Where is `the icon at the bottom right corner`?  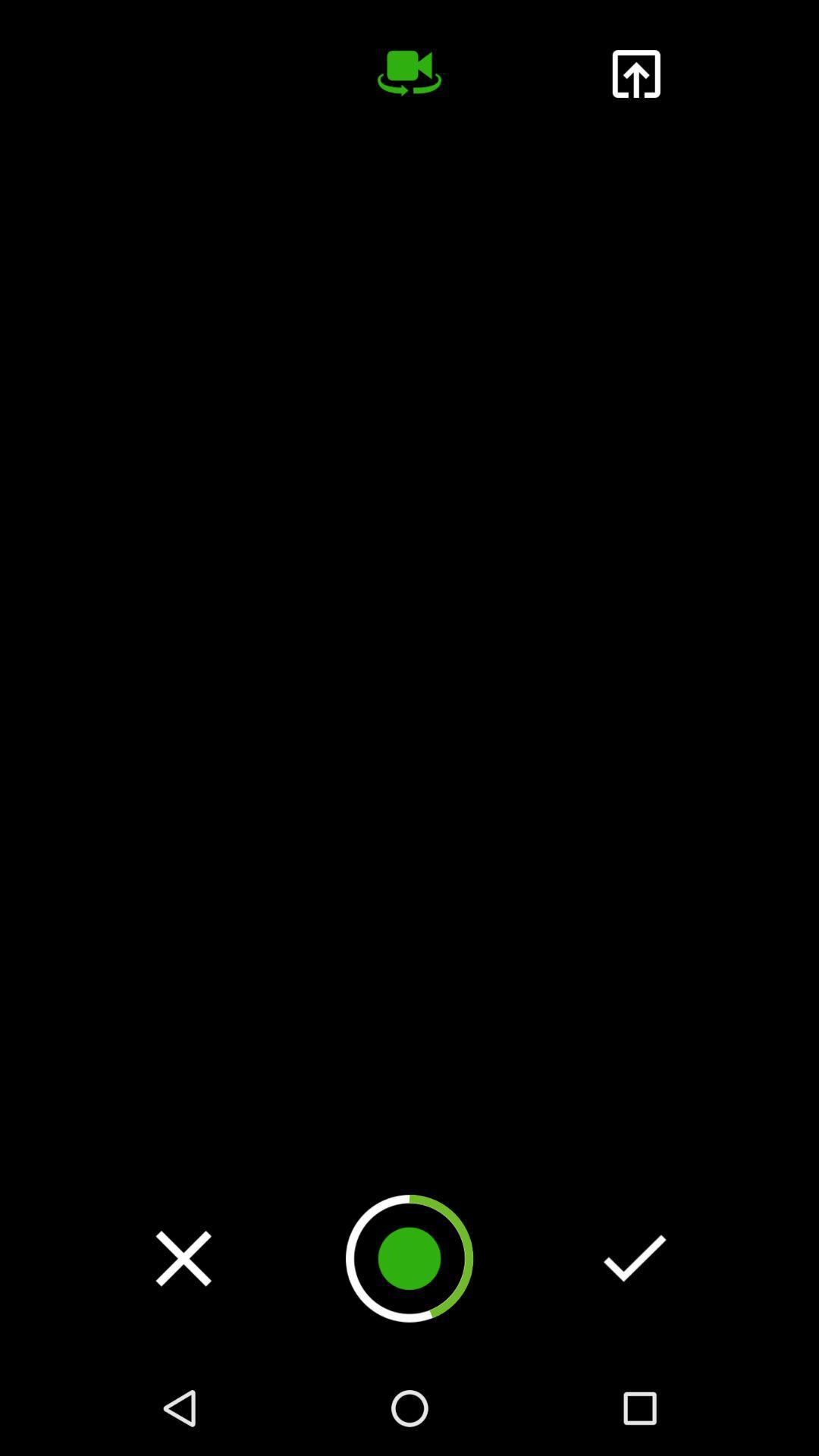 the icon at the bottom right corner is located at coordinates (635, 1258).